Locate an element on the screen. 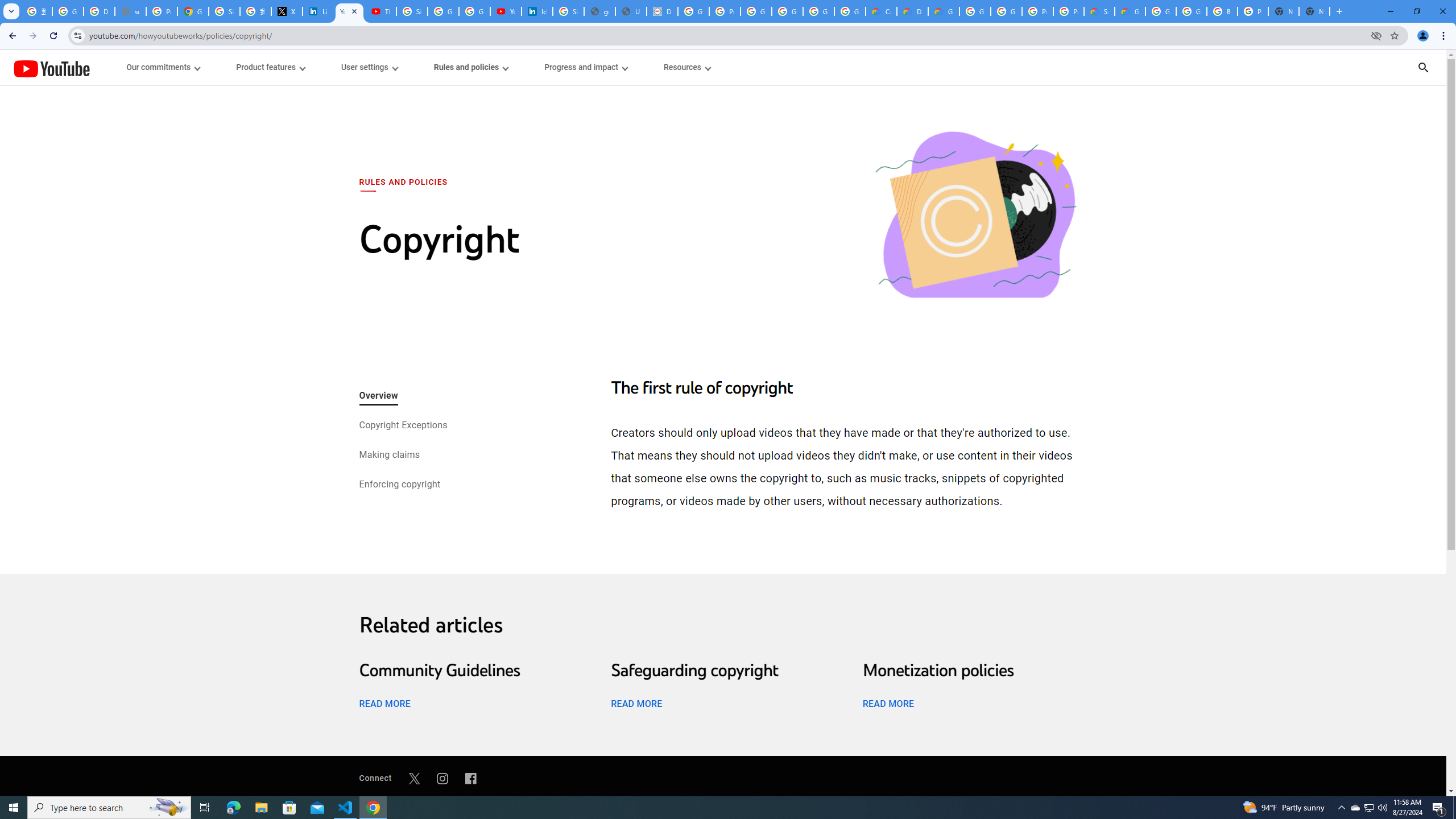 The image size is (1456, 819). 'Customer Care | Google Cloud' is located at coordinates (881, 11).